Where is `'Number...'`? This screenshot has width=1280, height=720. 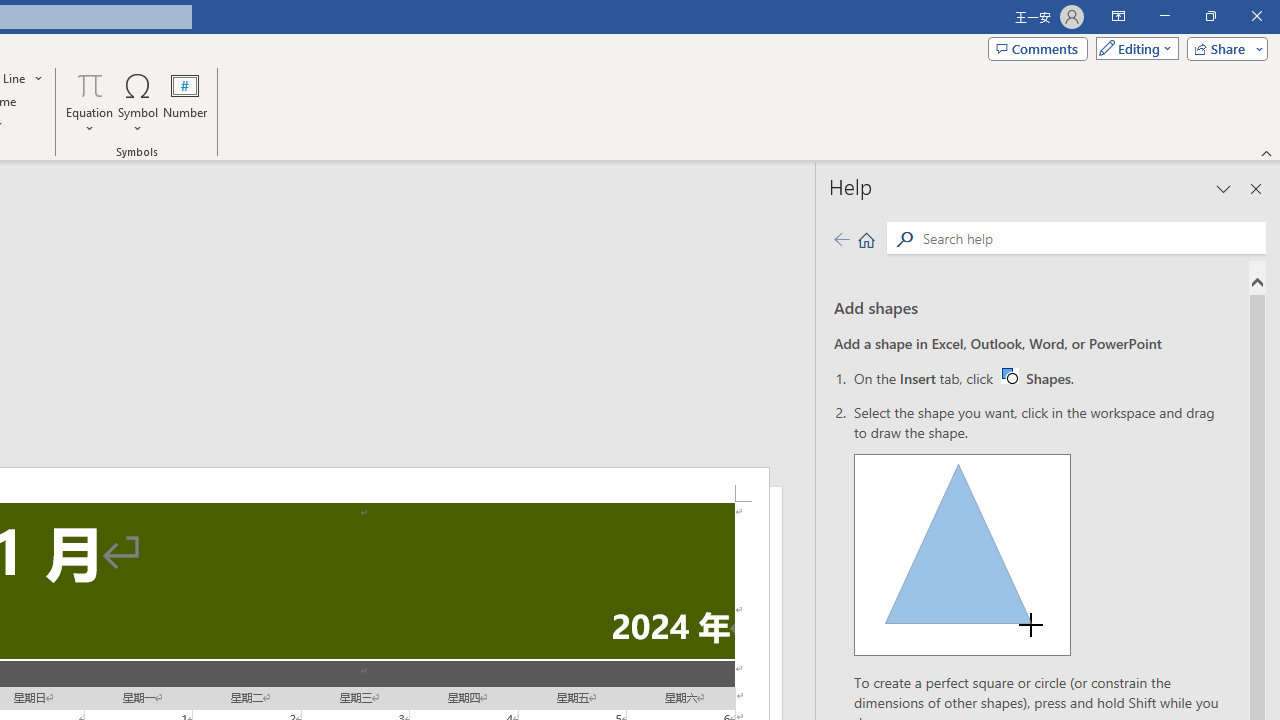 'Number...' is located at coordinates (185, 103).